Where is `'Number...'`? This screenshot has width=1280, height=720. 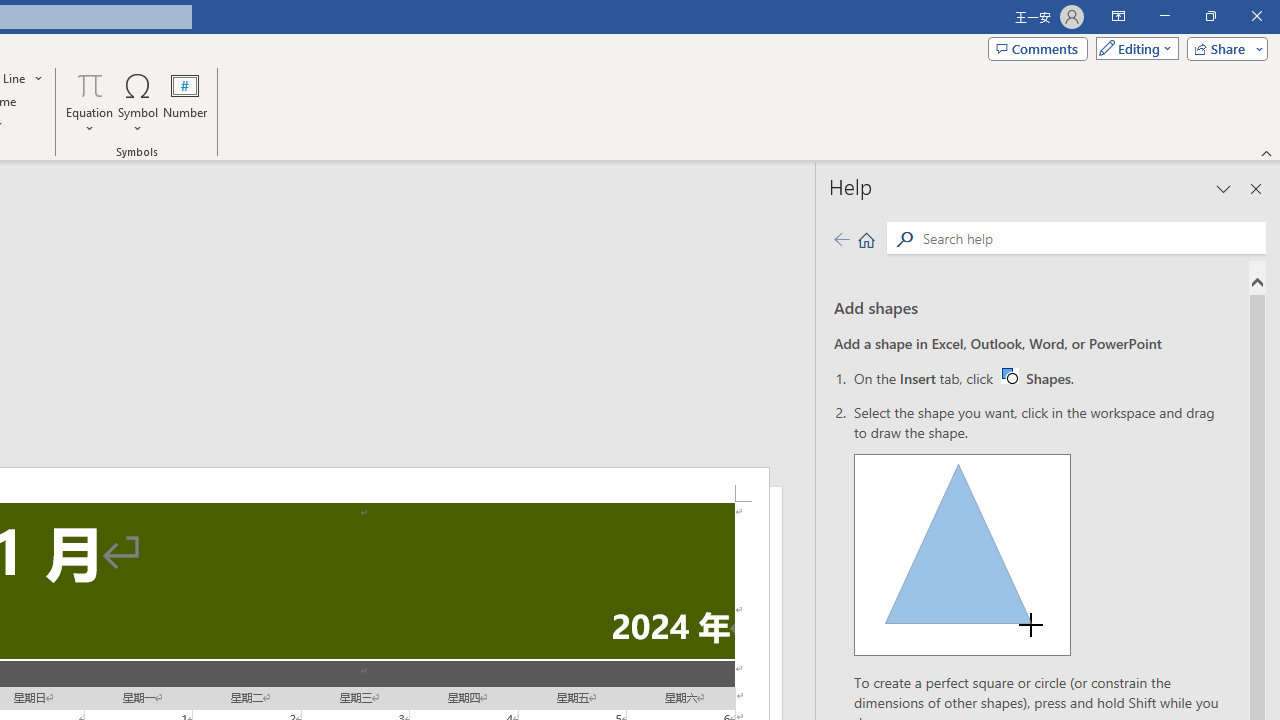 'Number...' is located at coordinates (185, 103).